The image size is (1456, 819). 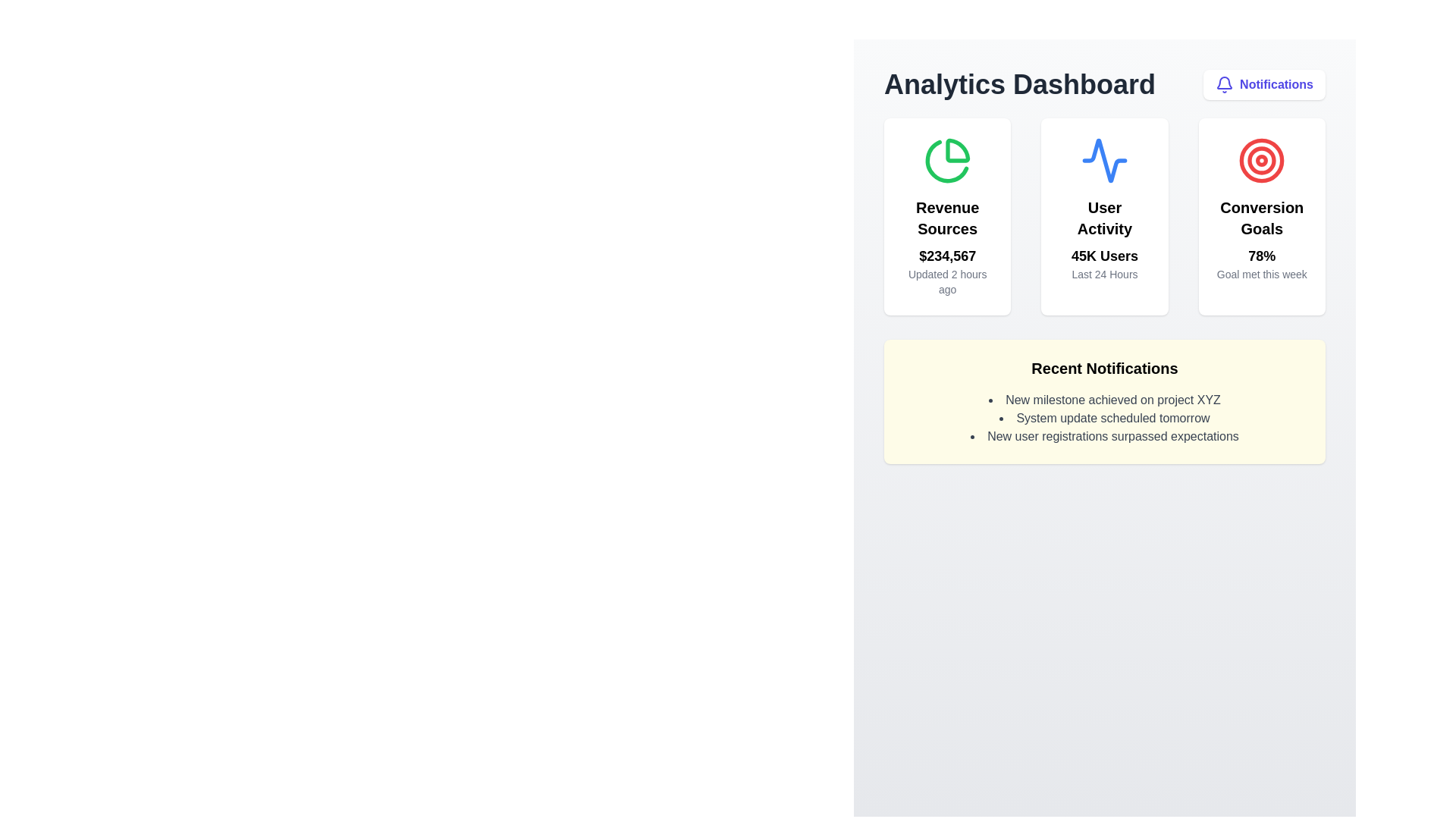 I want to click on the text notification 'New user registrations surpassed expectations' located under the 'Recent Notifications' header, so click(x=1105, y=436).